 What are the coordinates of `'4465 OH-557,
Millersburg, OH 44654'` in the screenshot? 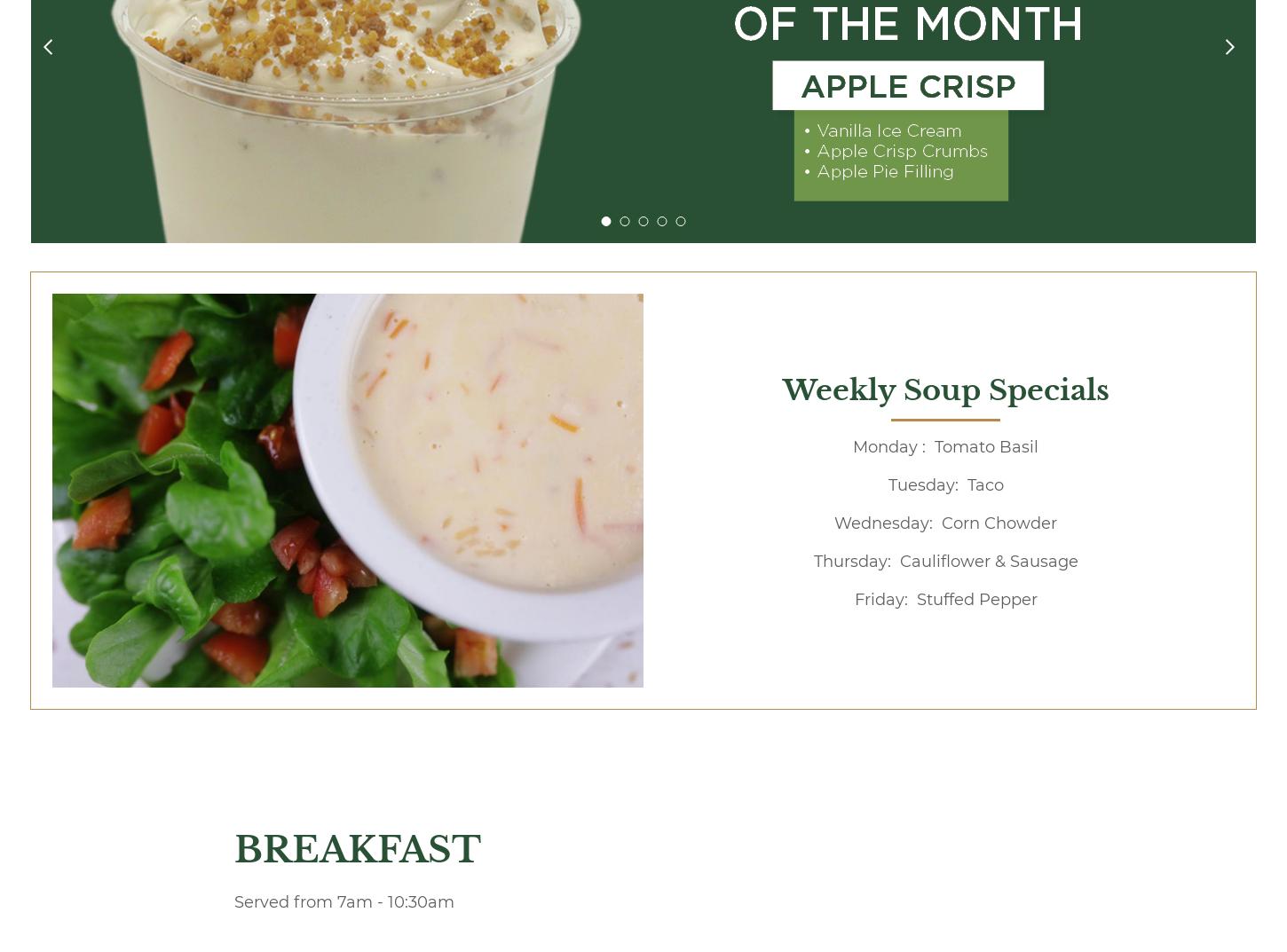 It's located at (147, 807).